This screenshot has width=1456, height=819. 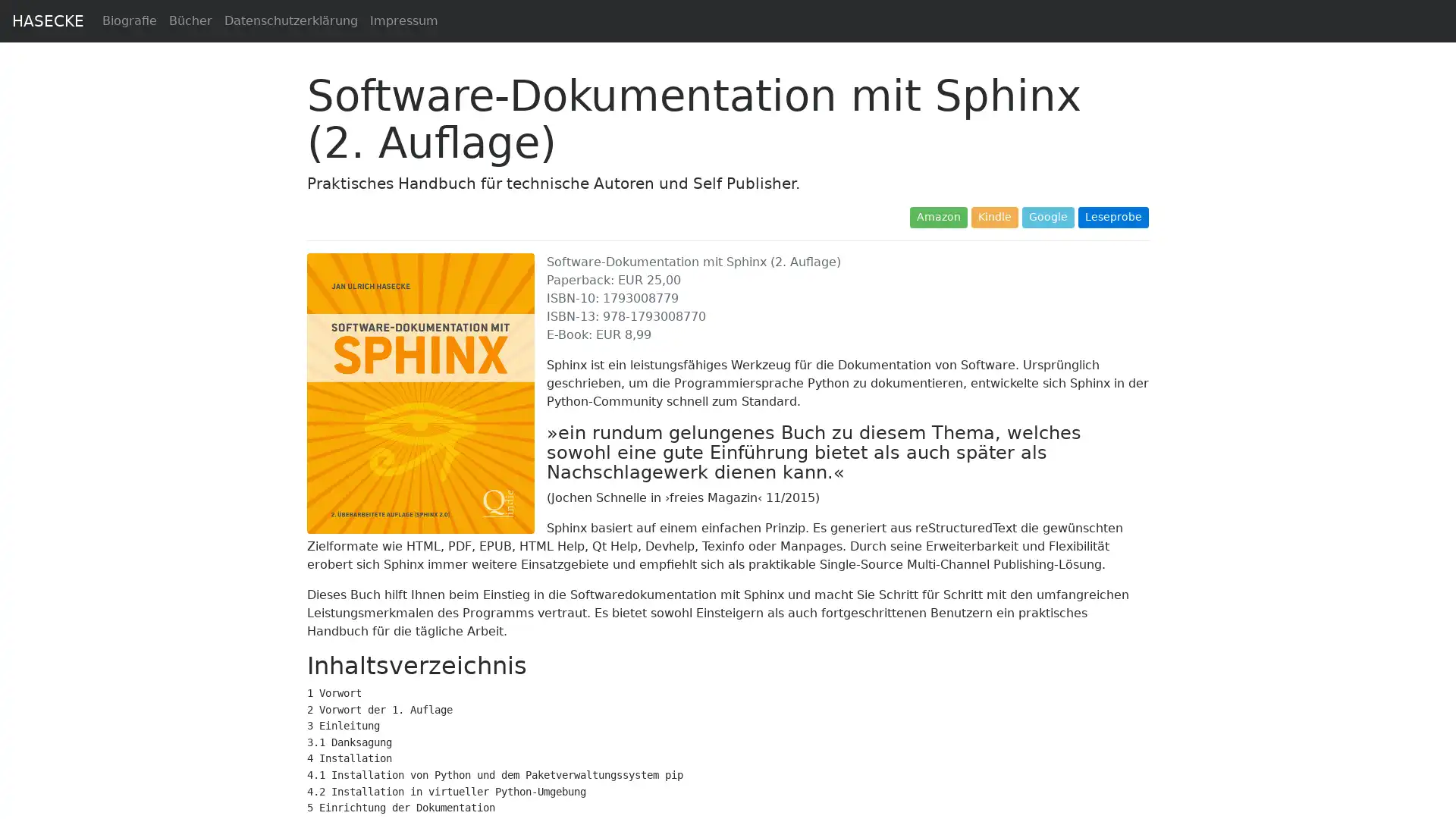 What do you see at coordinates (1113, 217) in the screenshot?
I see `Leseprobe` at bounding box center [1113, 217].